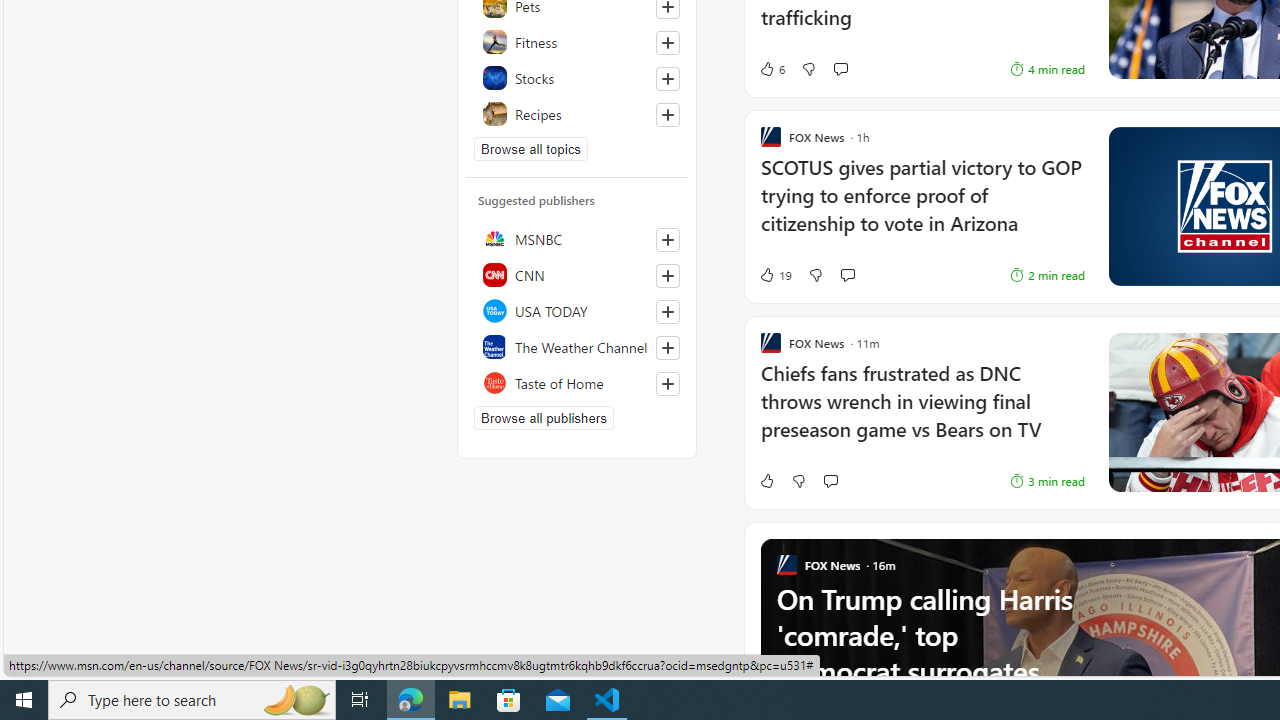  I want to click on 'Follow this source', so click(668, 384).